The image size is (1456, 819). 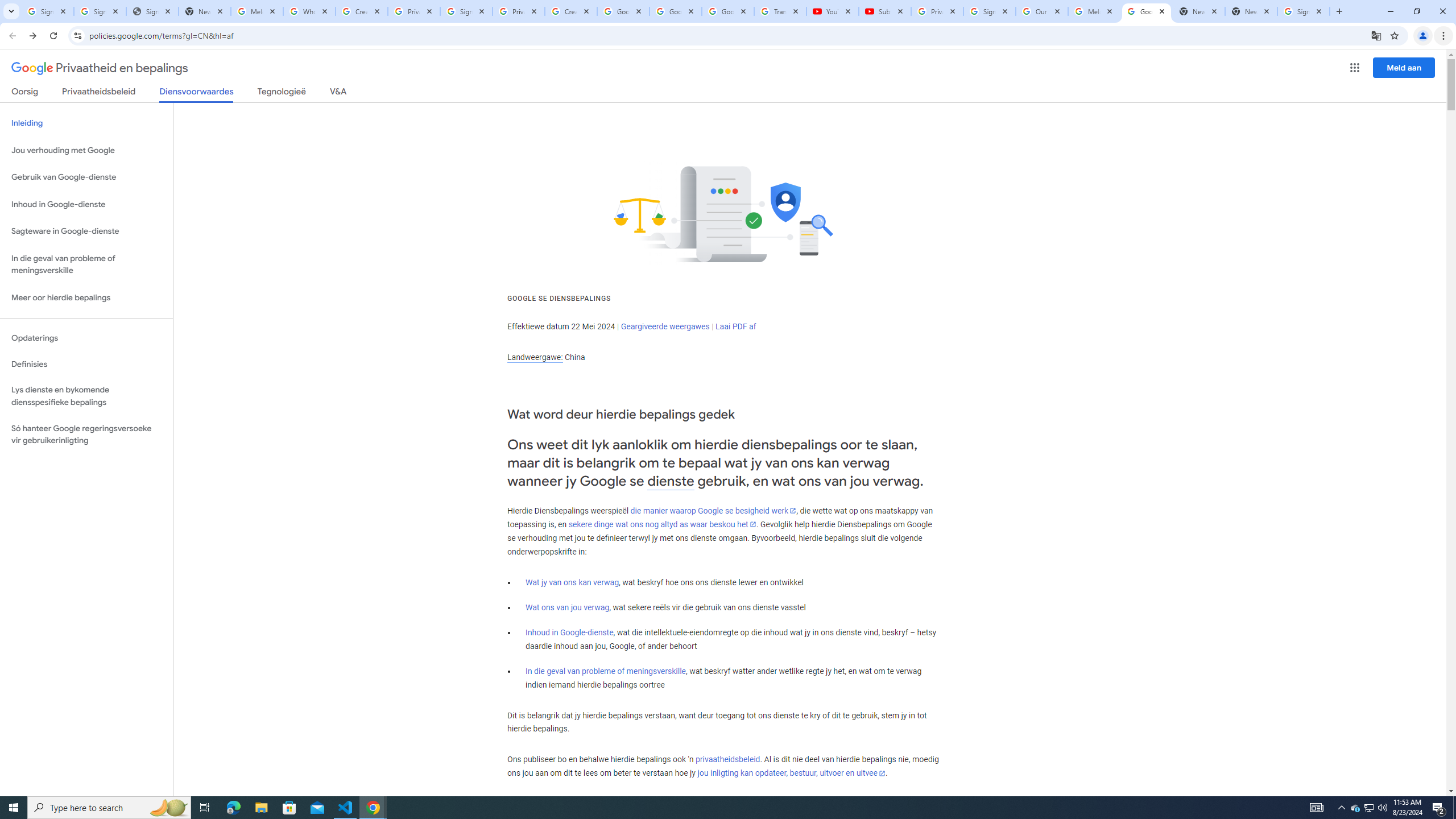 I want to click on 'Subscriptions - YouTube', so click(x=884, y=11).